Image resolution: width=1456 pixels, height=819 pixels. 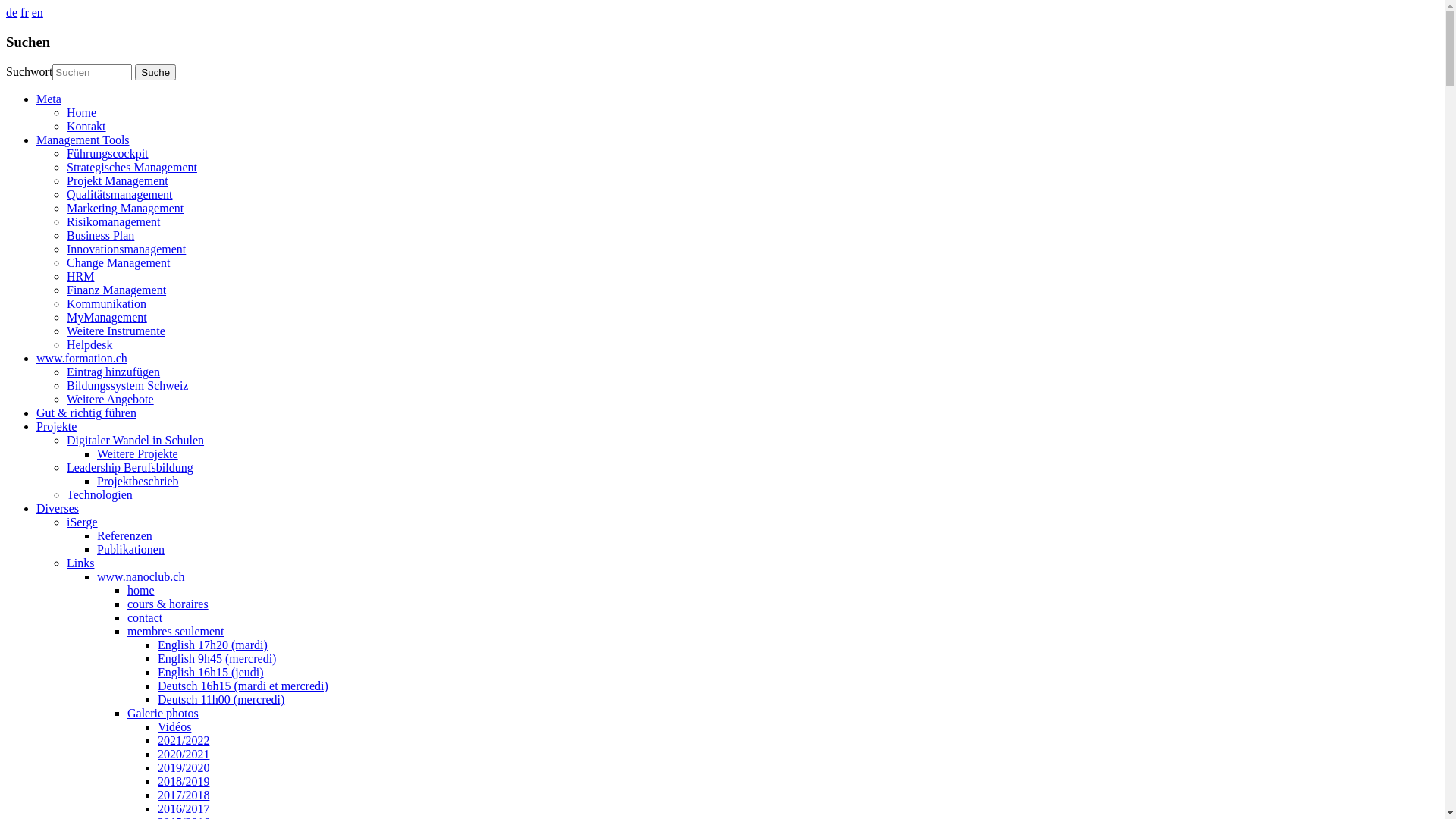 What do you see at coordinates (99, 235) in the screenshot?
I see `'Business Plan'` at bounding box center [99, 235].